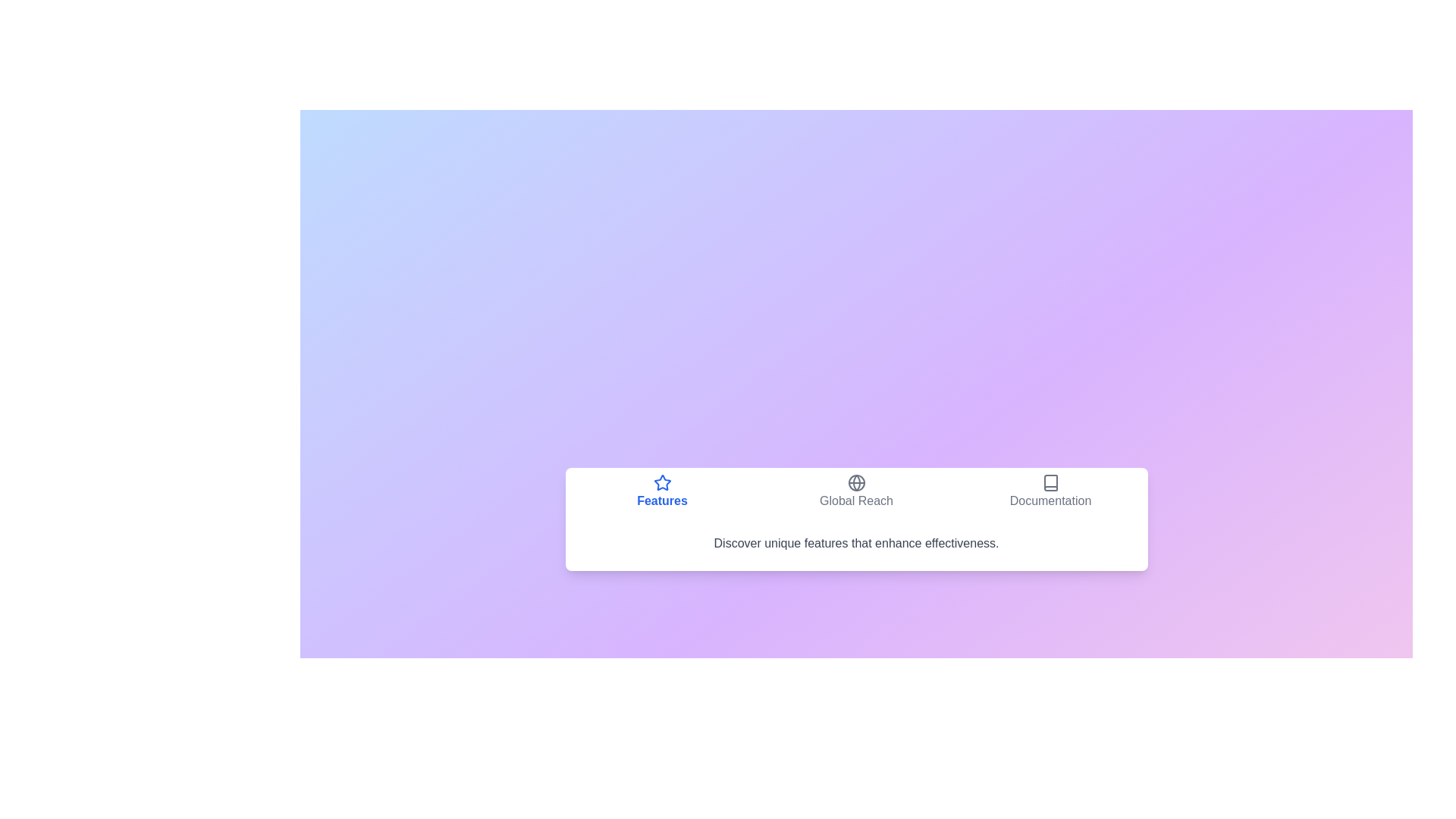 This screenshot has width=1456, height=819. I want to click on the tab labeled Documentation, so click(1050, 491).